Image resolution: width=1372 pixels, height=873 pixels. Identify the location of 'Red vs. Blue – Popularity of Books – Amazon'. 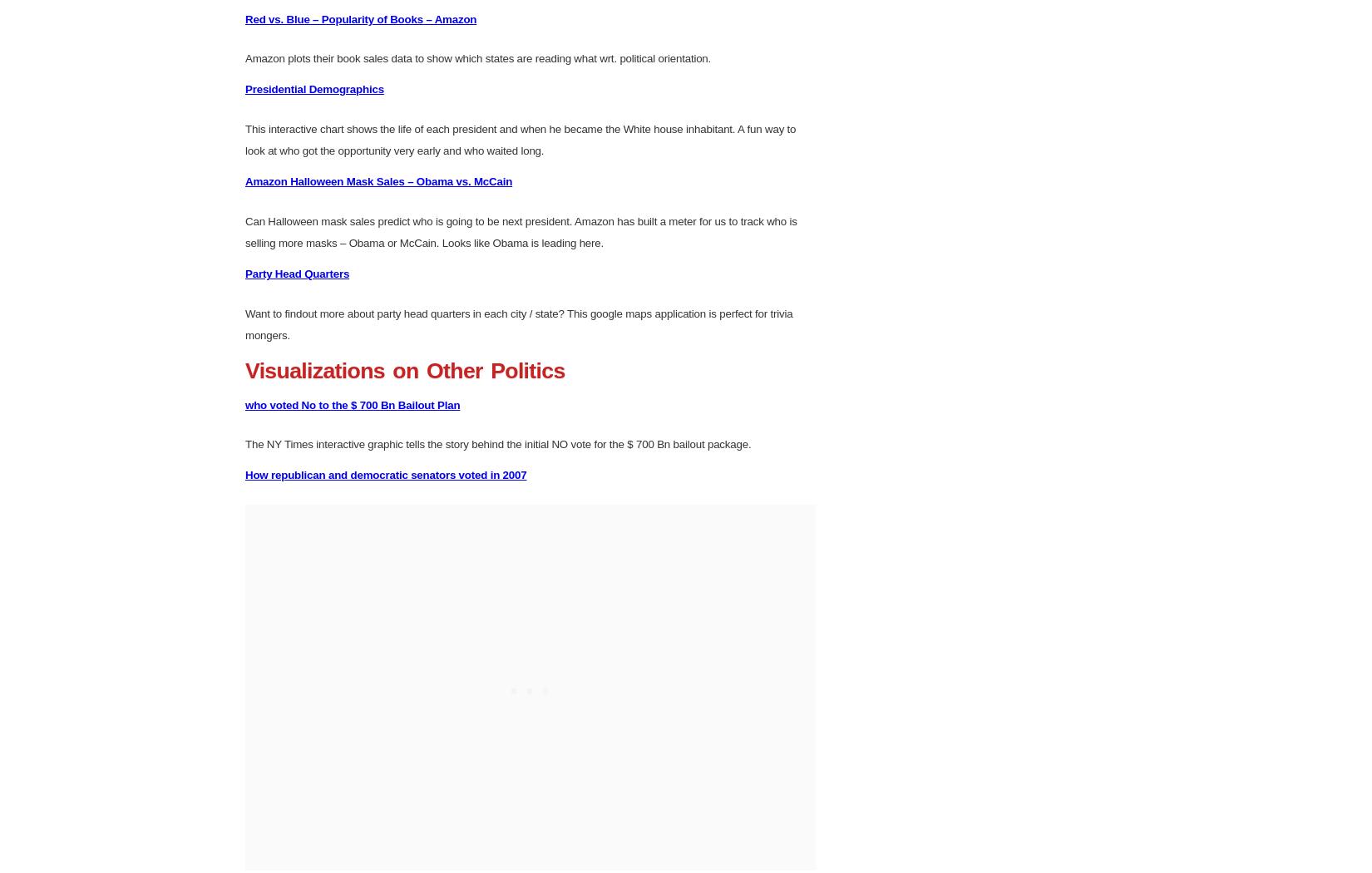
(359, 274).